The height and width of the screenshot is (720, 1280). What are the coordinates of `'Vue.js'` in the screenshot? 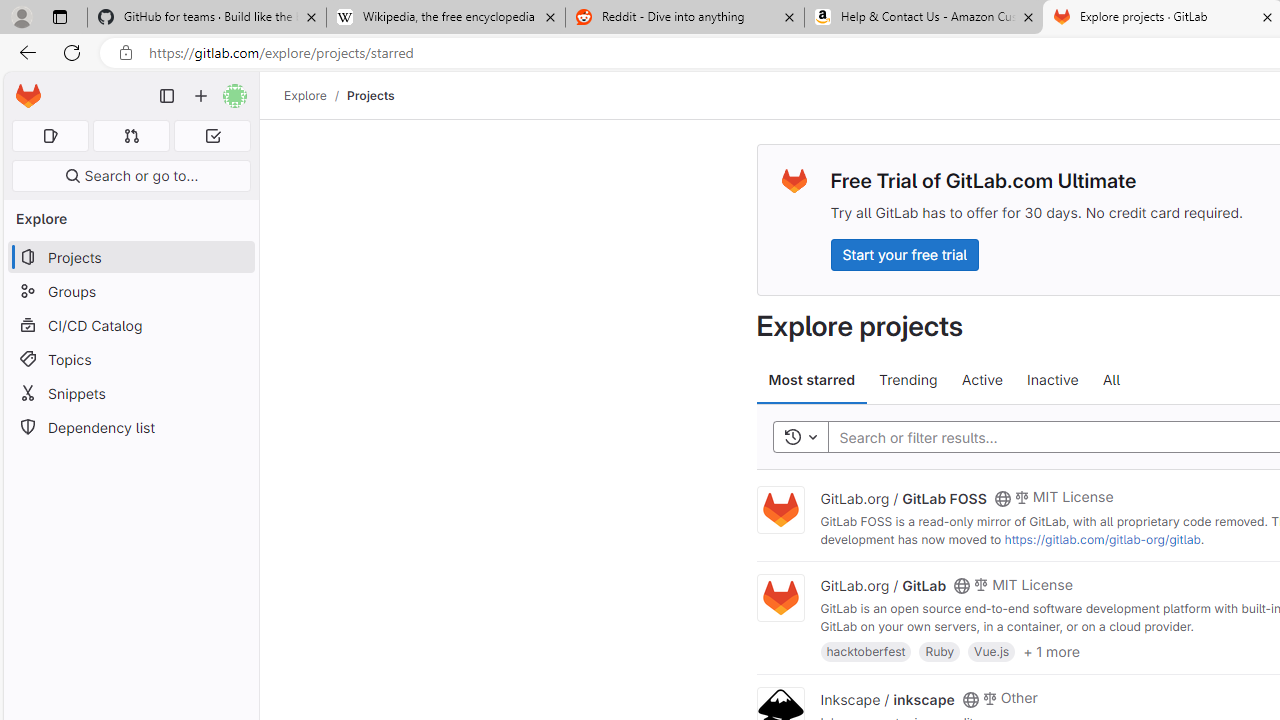 It's located at (992, 651).